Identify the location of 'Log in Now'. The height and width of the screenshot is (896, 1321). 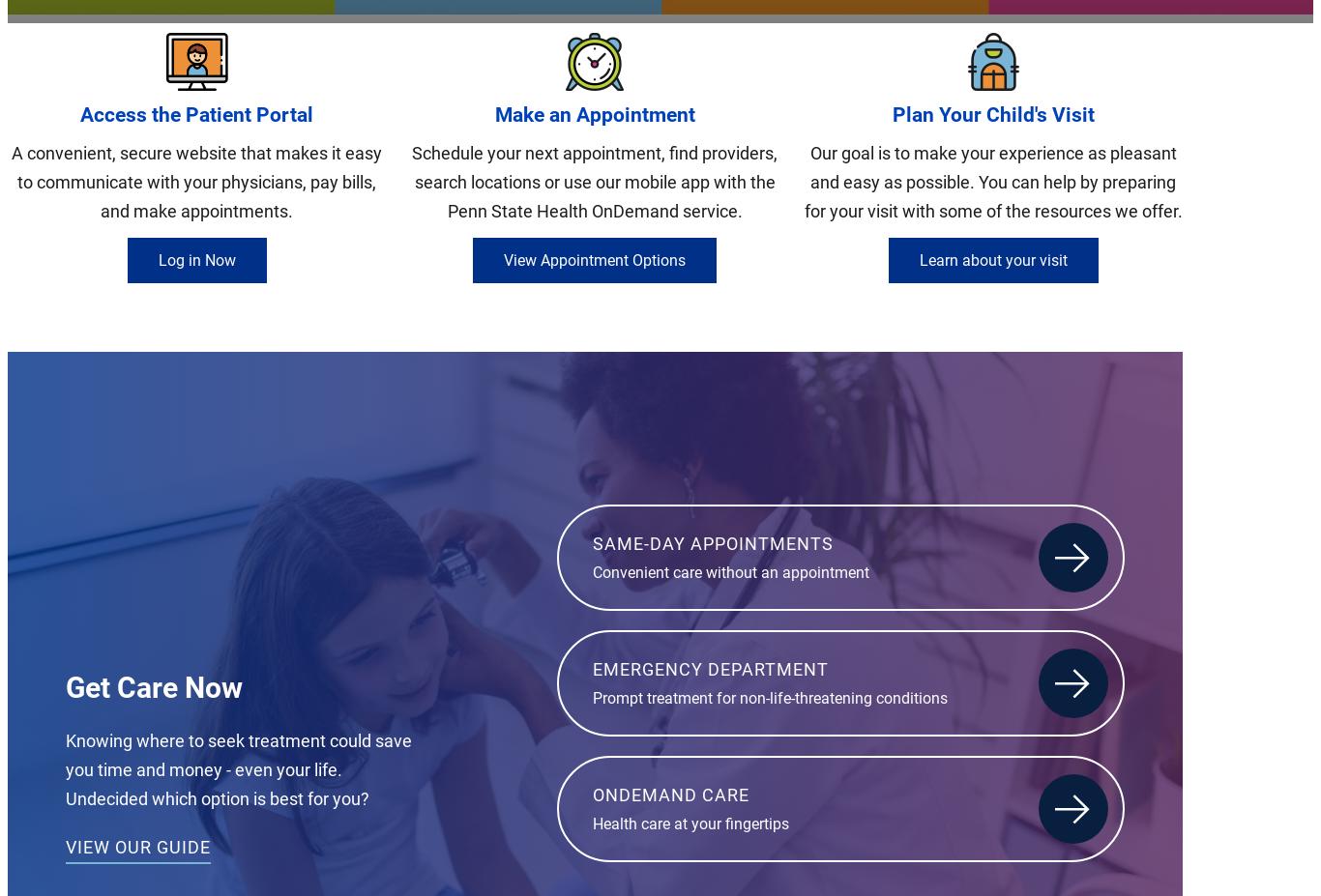
(194, 259).